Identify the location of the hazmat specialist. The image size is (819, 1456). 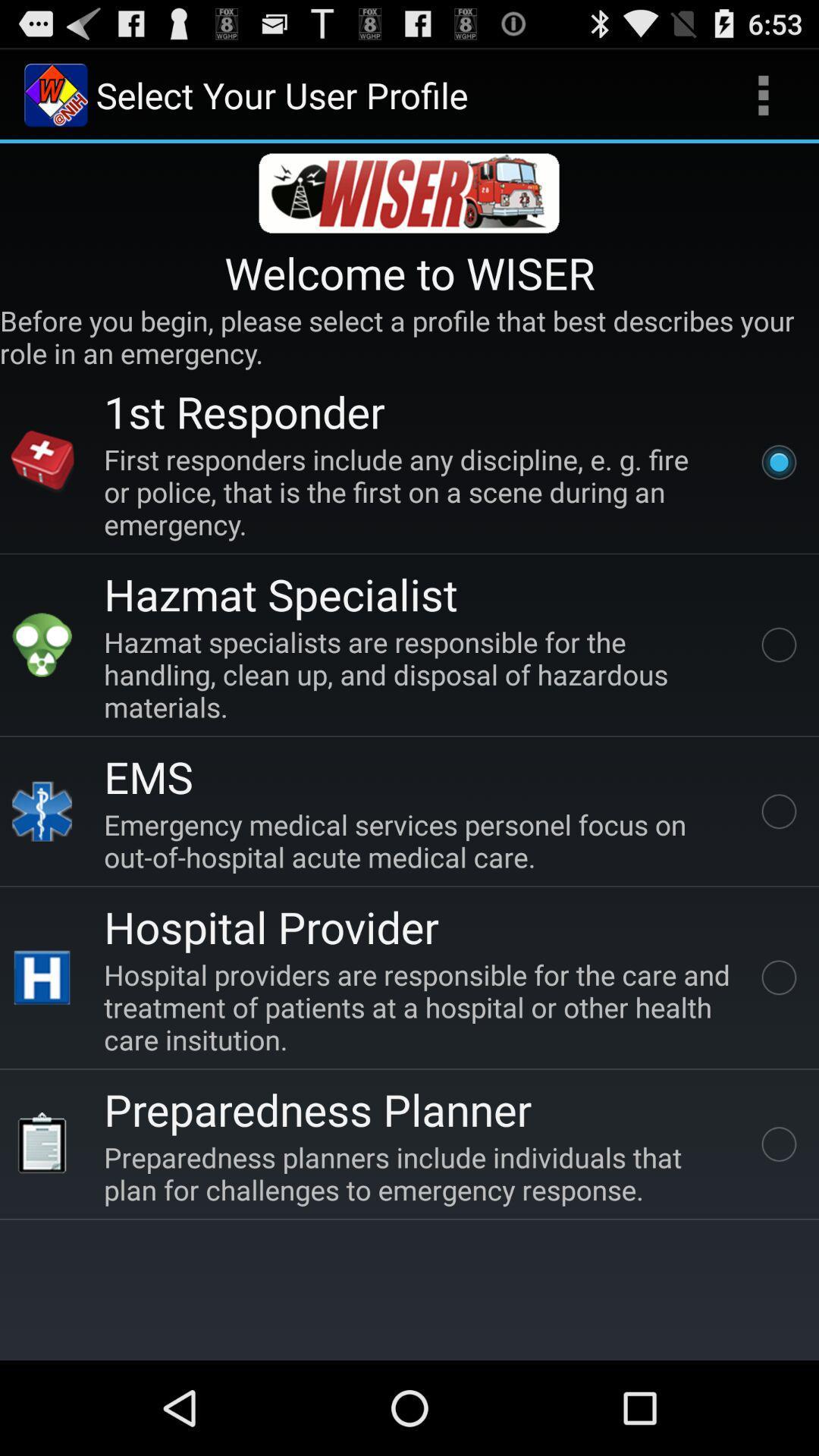
(281, 593).